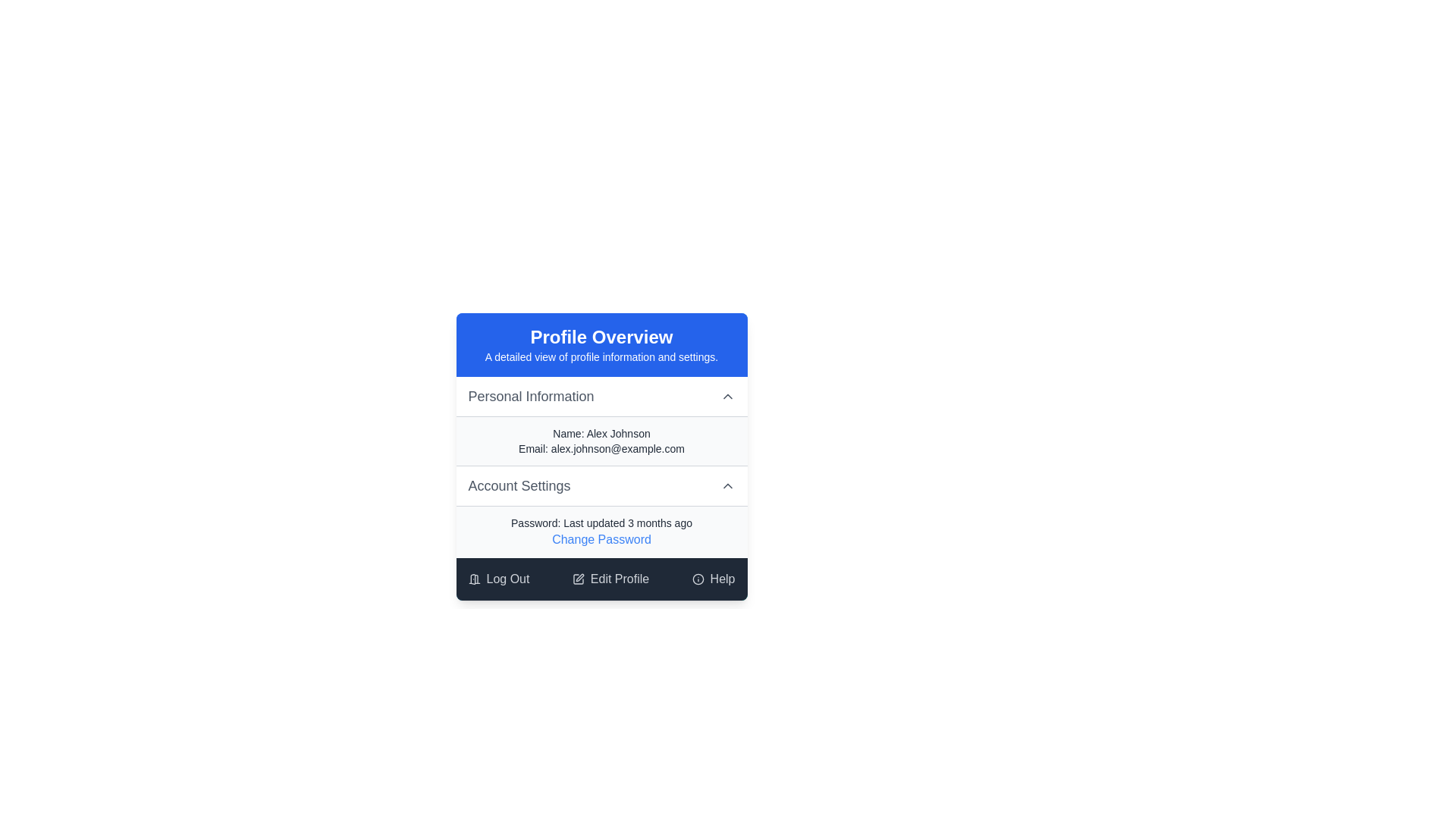 This screenshot has width=1456, height=819. What do you see at coordinates (601, 531) in the screenshot?
I see `the 'Change Password' hyperlink located in the 'Account Settings' section of the profile overview card` at bounding box center [601, 531].